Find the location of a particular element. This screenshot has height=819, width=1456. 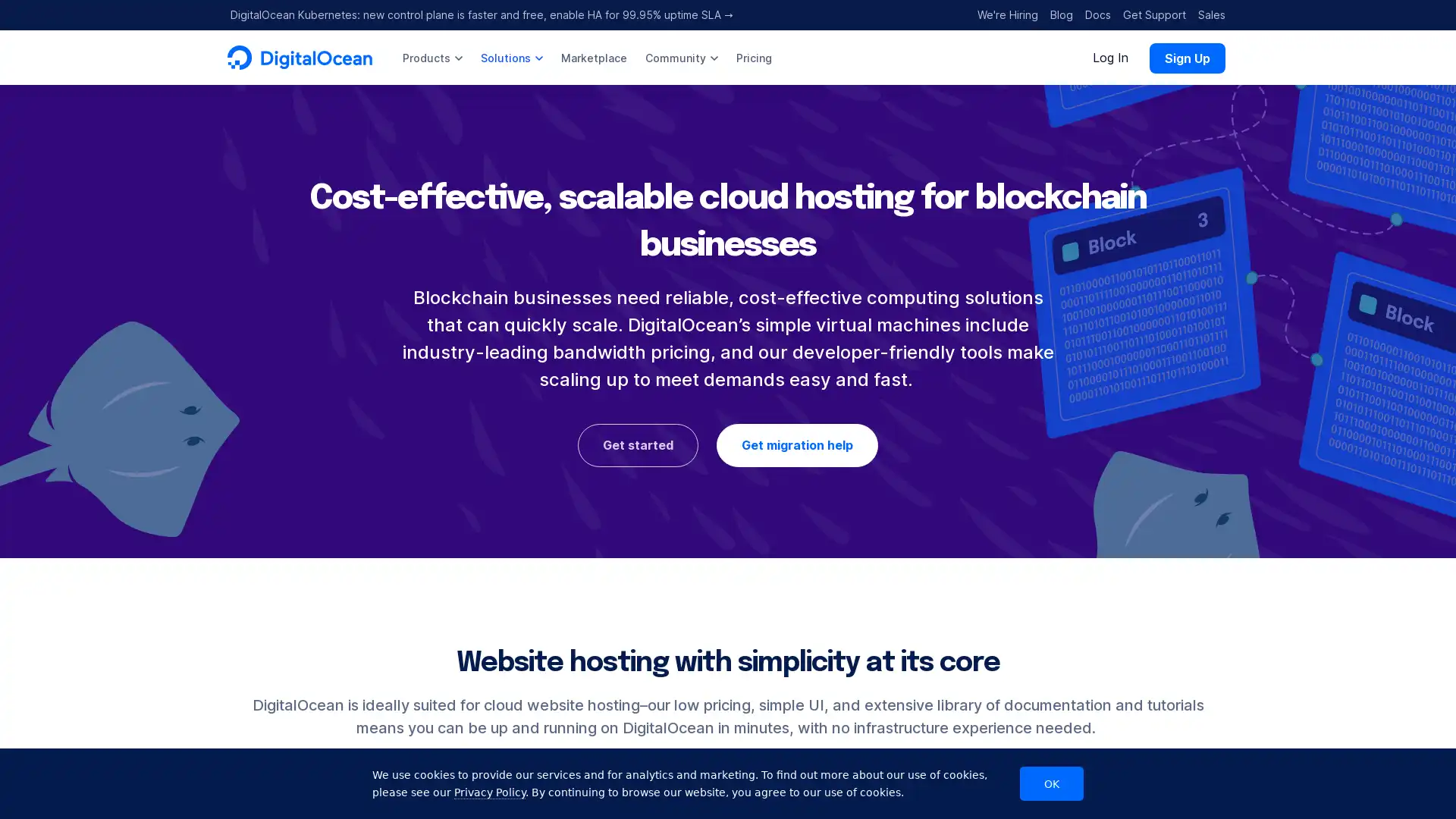

Products is located at coordinates (431, 57).